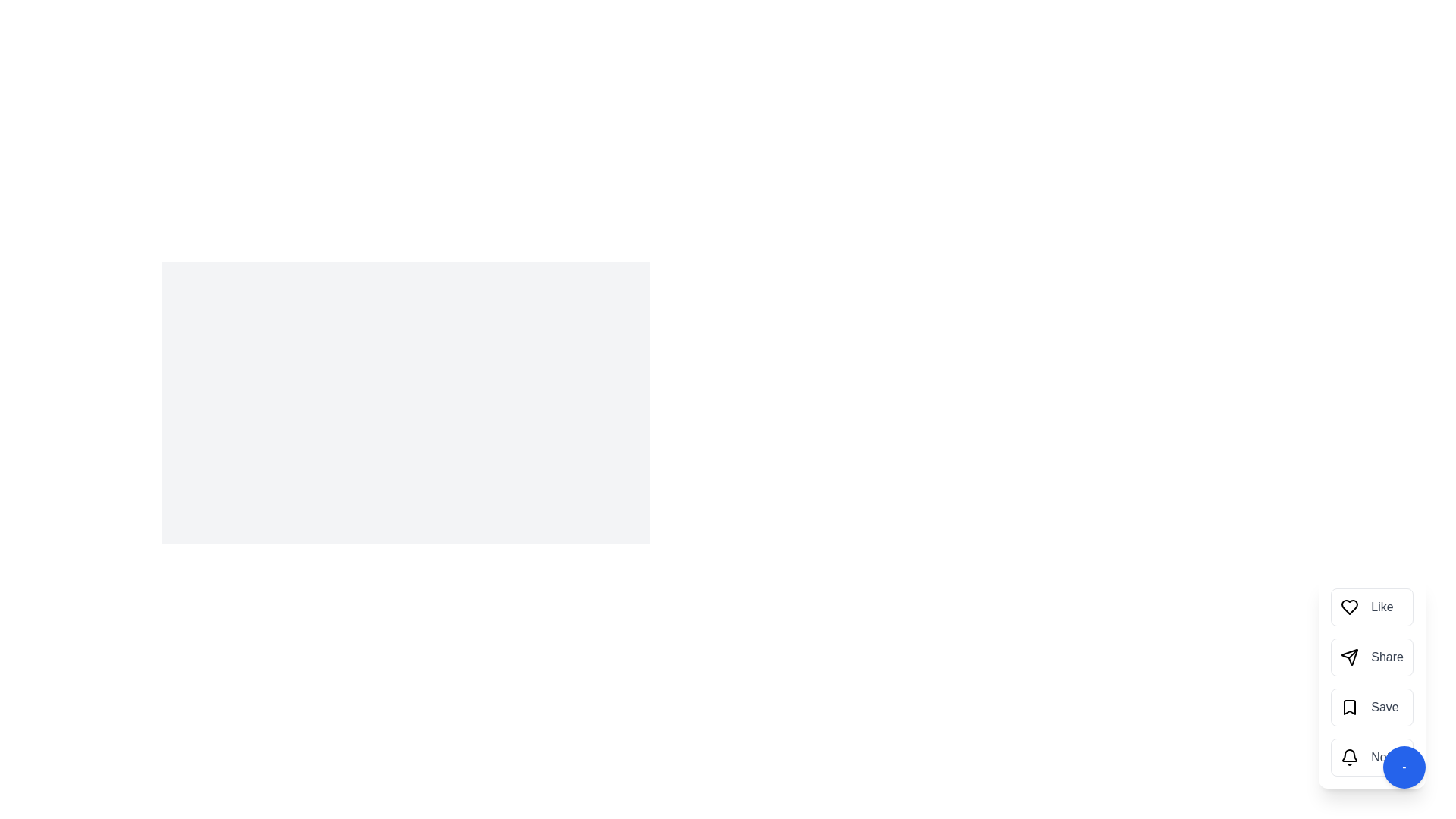 The width and height of the screenshot is (1456, 819). What do you see at coordinates (1372, 681) in the screenshot?
I see `the 'Save' button in the floating toolbar located at the bottom-right corner of the interface` at bounding box center [1372, 681].